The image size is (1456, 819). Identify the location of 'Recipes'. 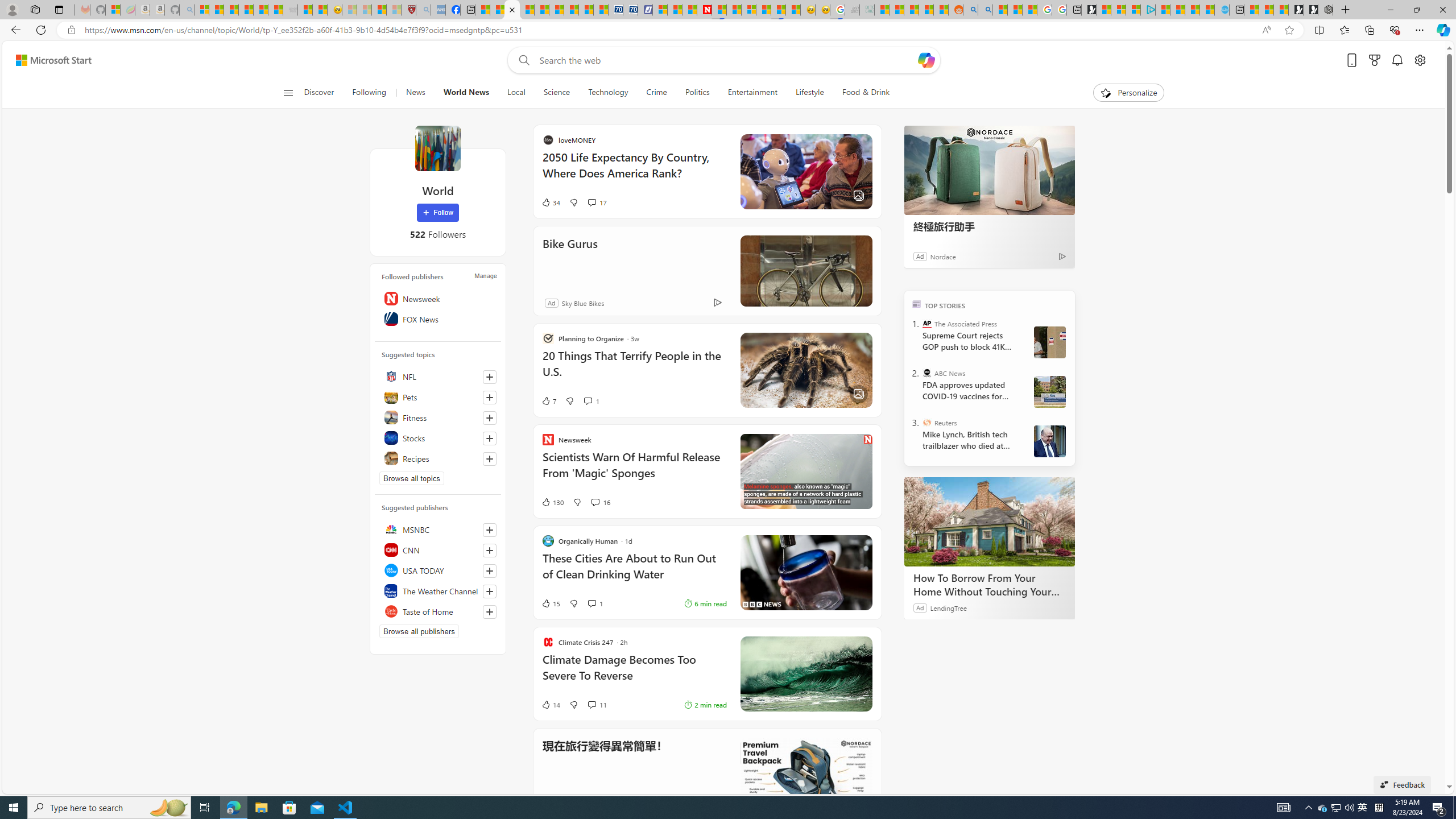
(438, 458).